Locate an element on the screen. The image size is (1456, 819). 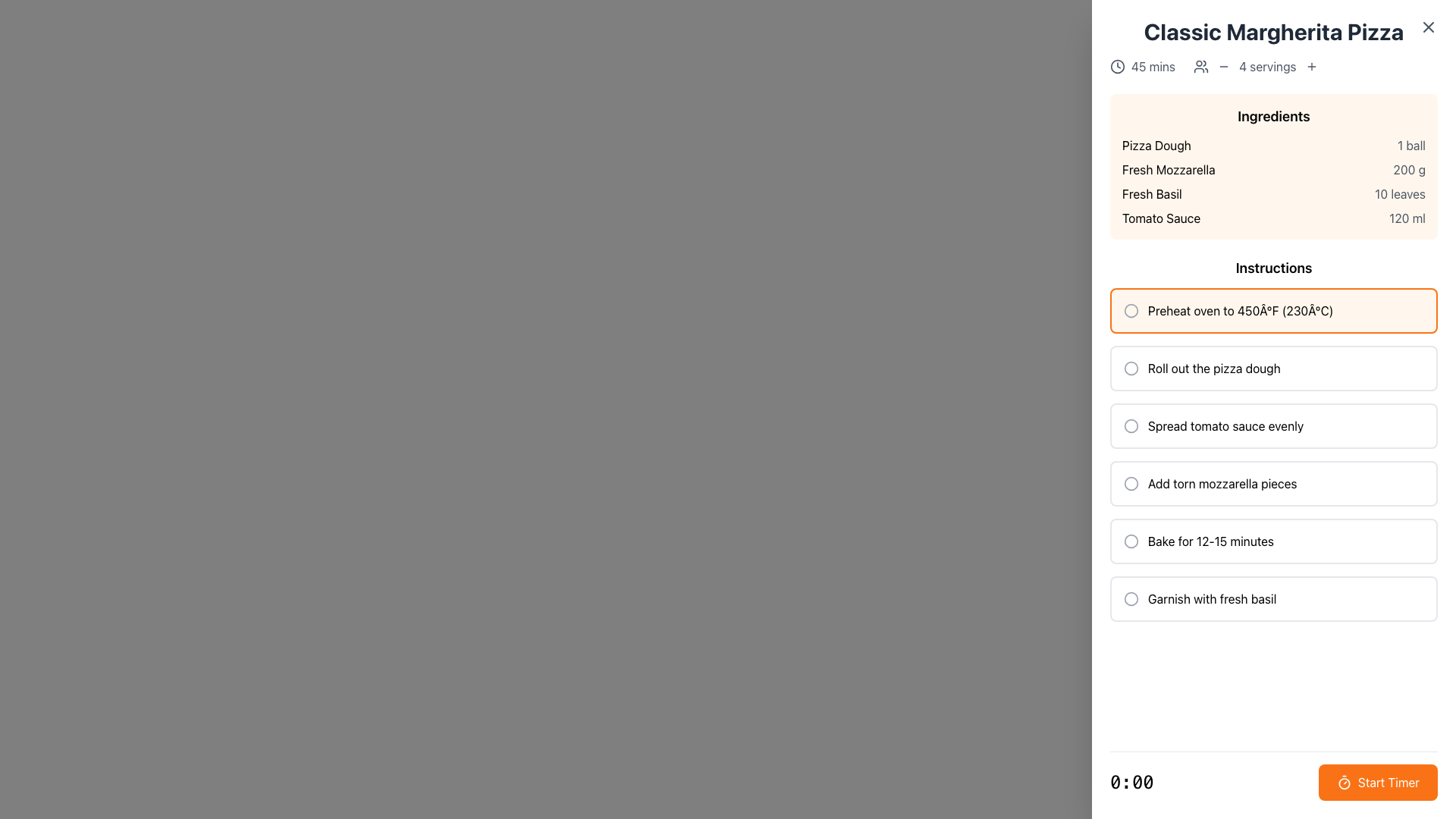
the third list item in the recipe instructions for preparing a classic Margherita pizza, which instructs to 'Spread tomato sauce evenly' is located at coordinates (1274, 426).